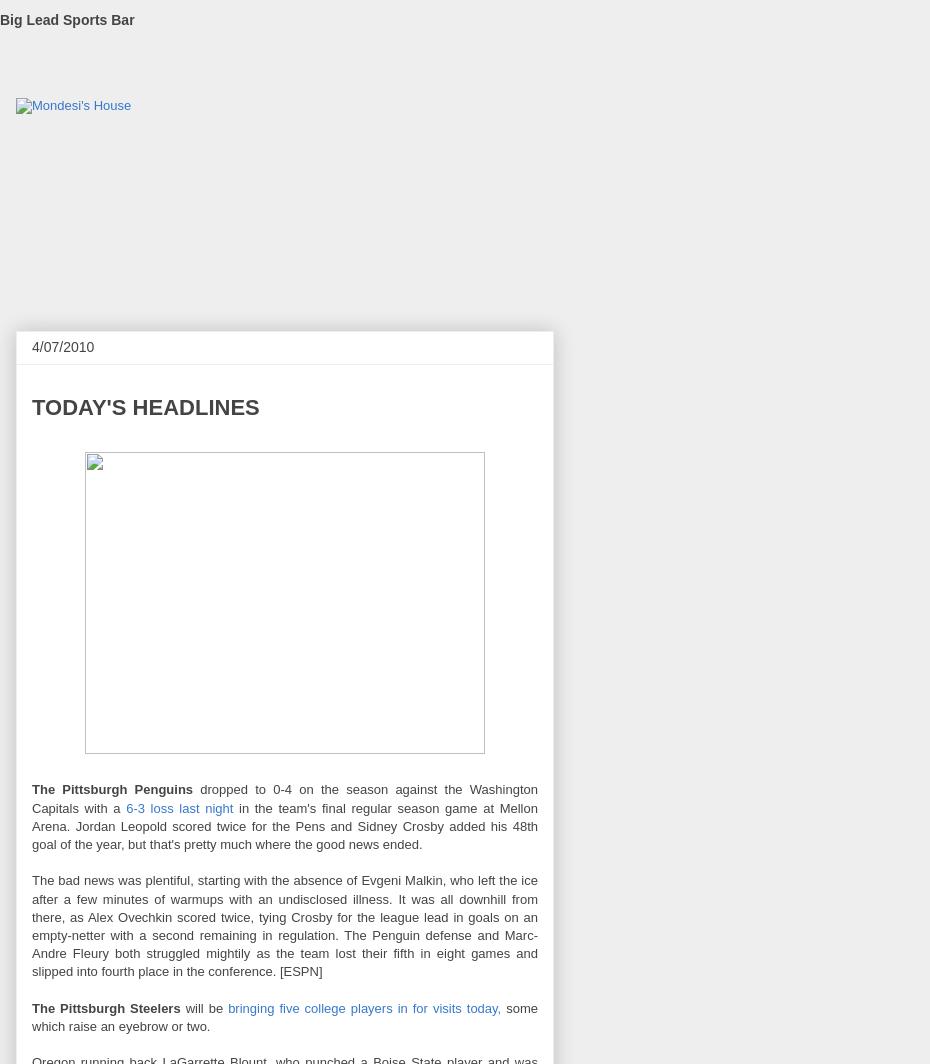 The image size is (930, 1064). I want to click on 'The bad news was plentiful, starting with the absence of Evgeni Malkin, who left the ice after a few minutes of warmups with an undisclosed illness. It was all downhill from there, as Alex Ovechkin scored twice, tying Crosby for the league lead in goals on an empty-netter with a second remaining in regulation. The Penguin defense and Marc-Andre Fleury both struggled mightily as the team lost their fifth in eight games and slipped into fourth  place in the conference. [ESPN]', so click(30, 925).